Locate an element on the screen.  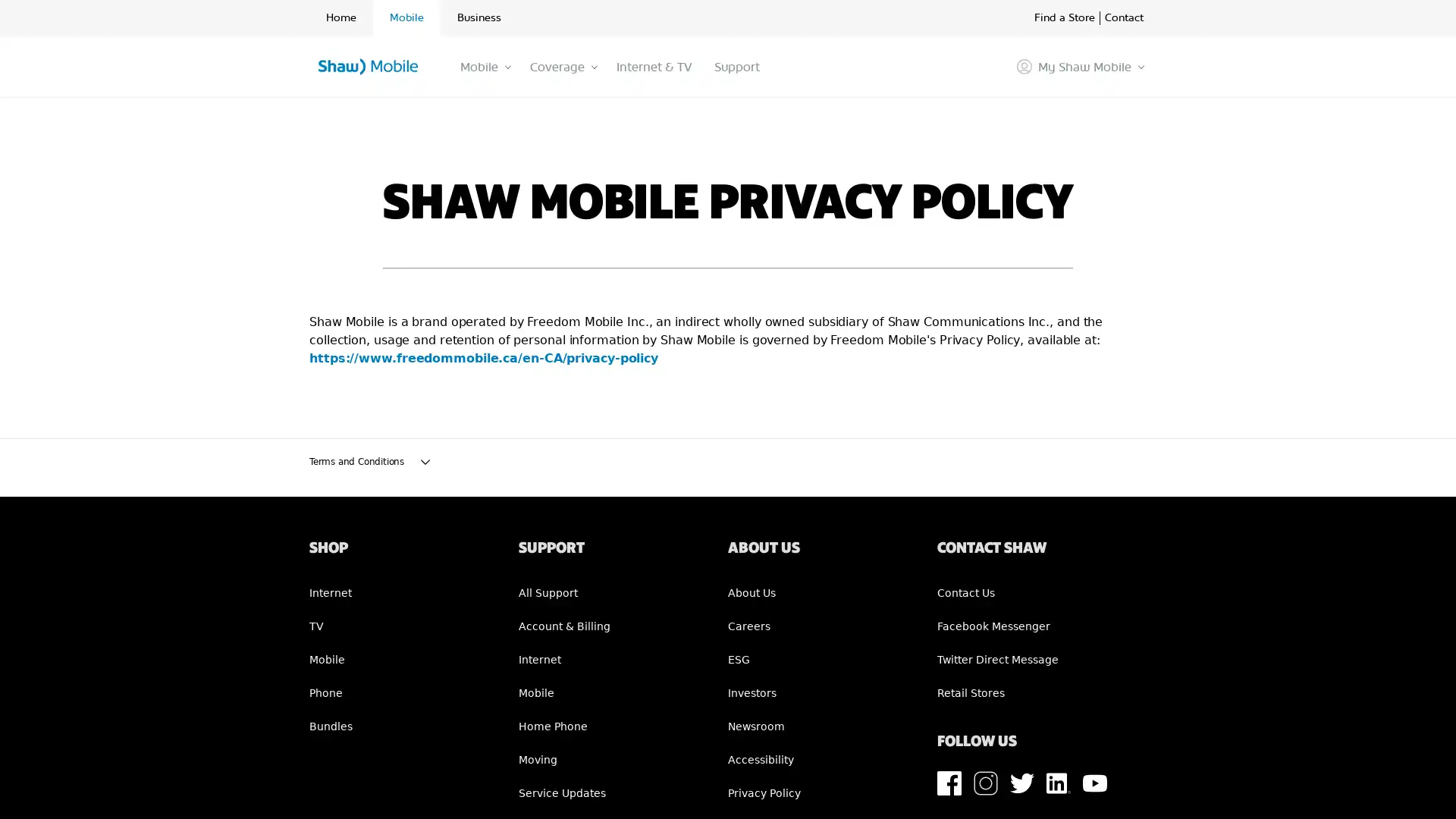
Support is located at coordinates (736, 67).